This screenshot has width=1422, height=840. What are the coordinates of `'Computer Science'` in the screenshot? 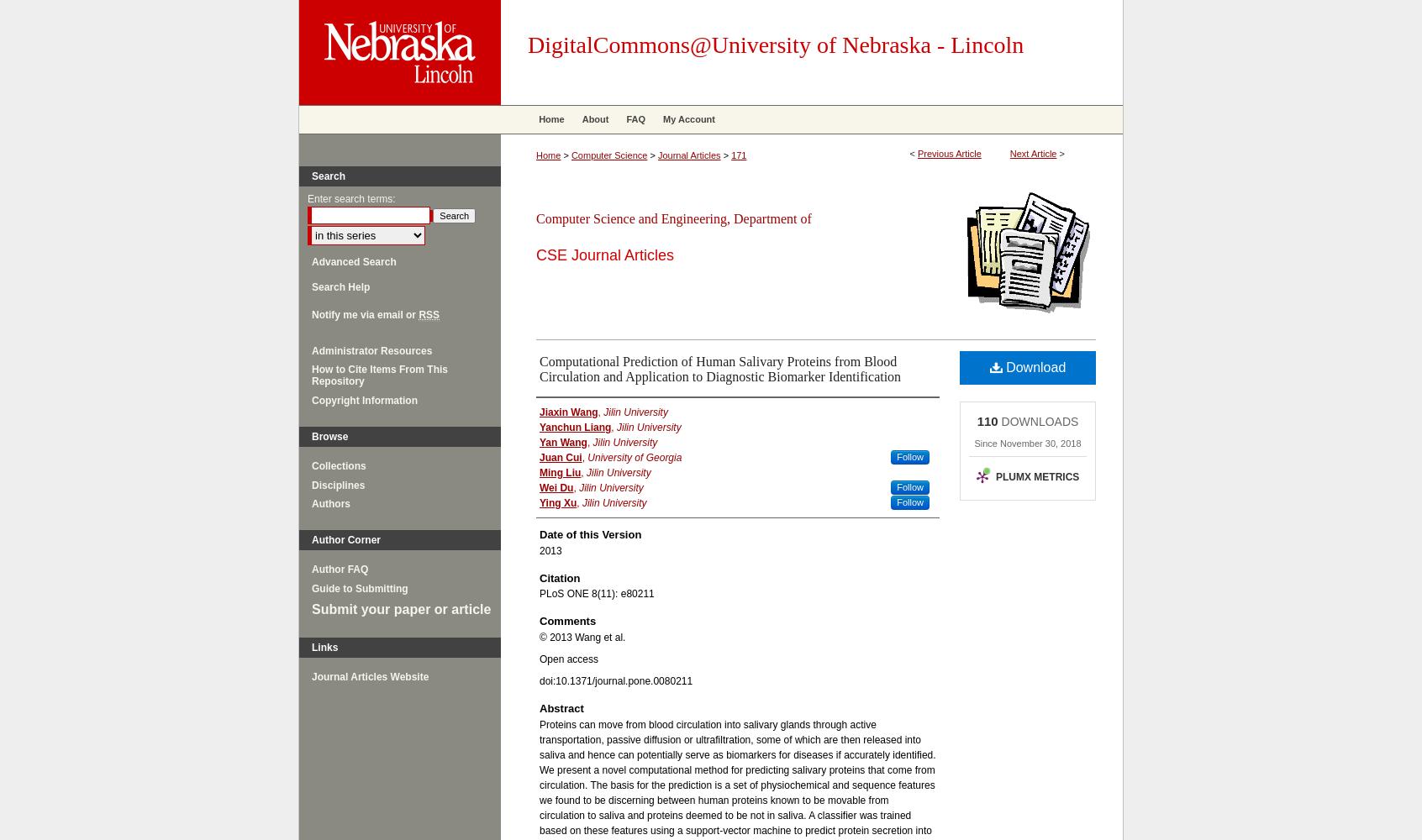 It's located at (608, 155).